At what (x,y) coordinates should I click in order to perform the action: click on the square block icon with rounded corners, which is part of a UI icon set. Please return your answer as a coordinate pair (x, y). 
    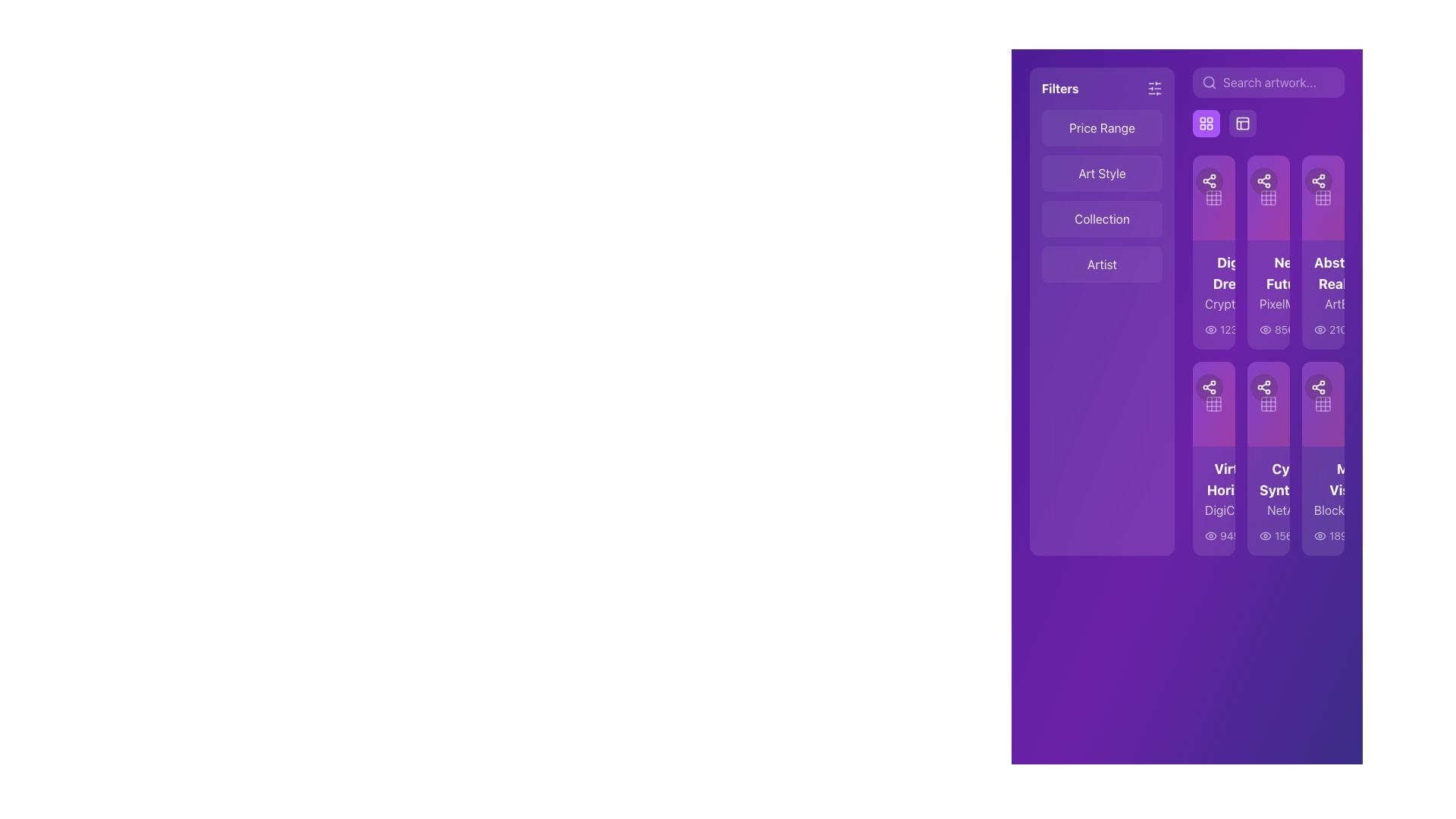
    Looking at the image, I should click on (1214, 197).